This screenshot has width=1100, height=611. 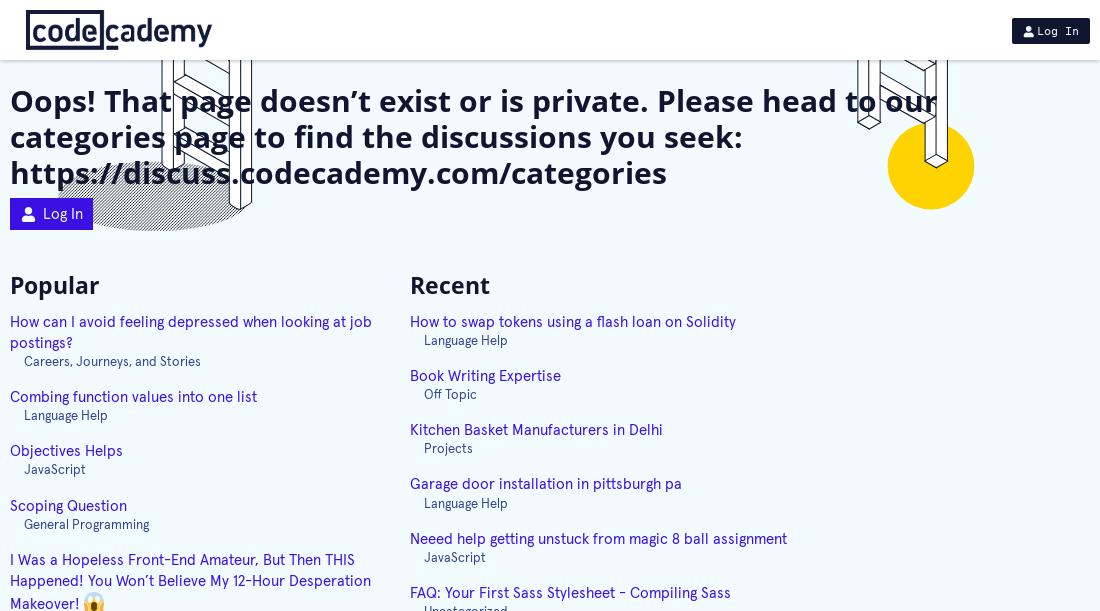 What do you see at coordinates (449, 394) in the screenshot?
I see `'Off Topic'` at bounding box center [449, 394].